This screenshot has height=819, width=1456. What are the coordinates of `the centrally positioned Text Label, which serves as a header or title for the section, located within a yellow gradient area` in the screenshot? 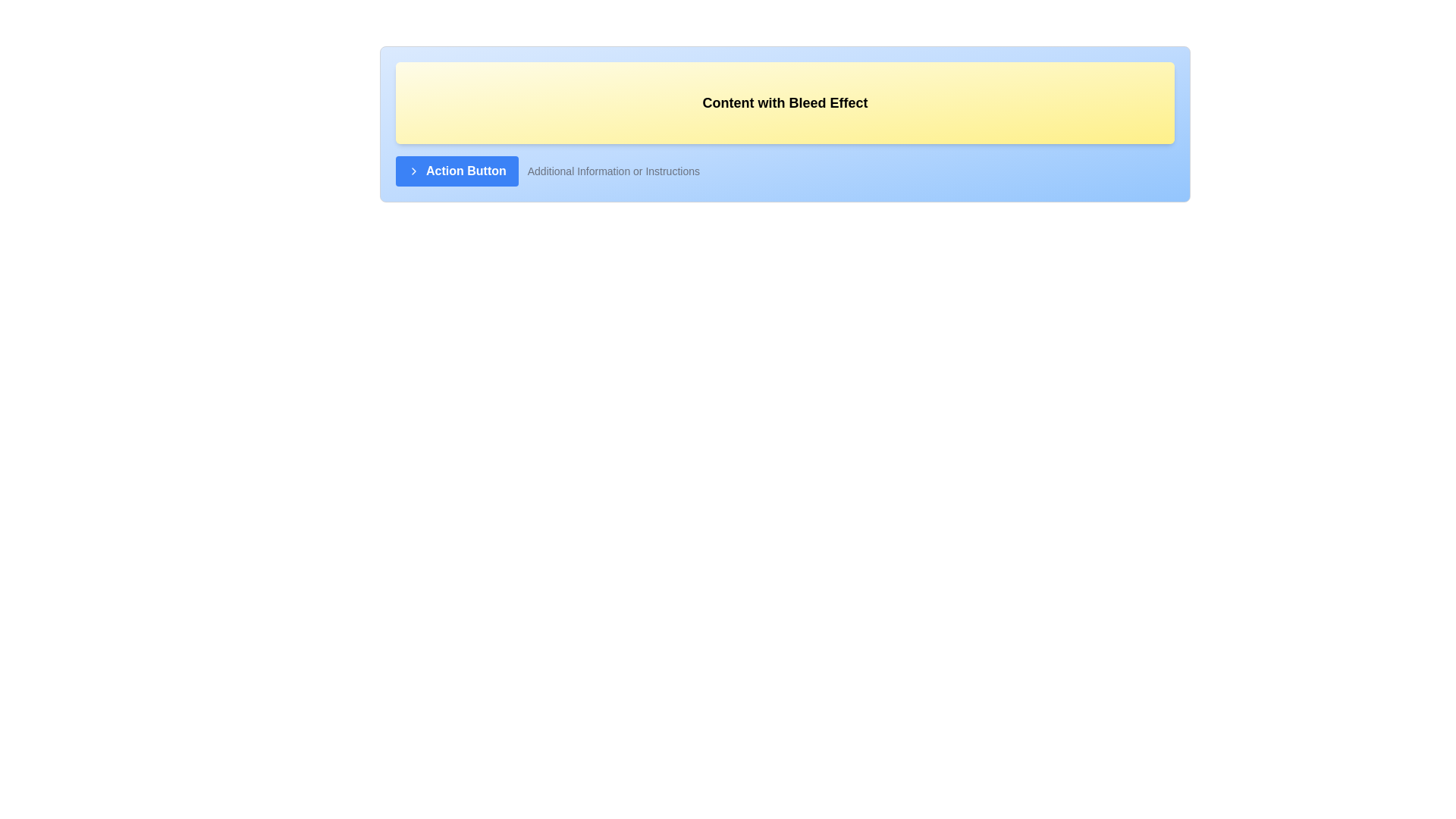 It's located at (785, 102).